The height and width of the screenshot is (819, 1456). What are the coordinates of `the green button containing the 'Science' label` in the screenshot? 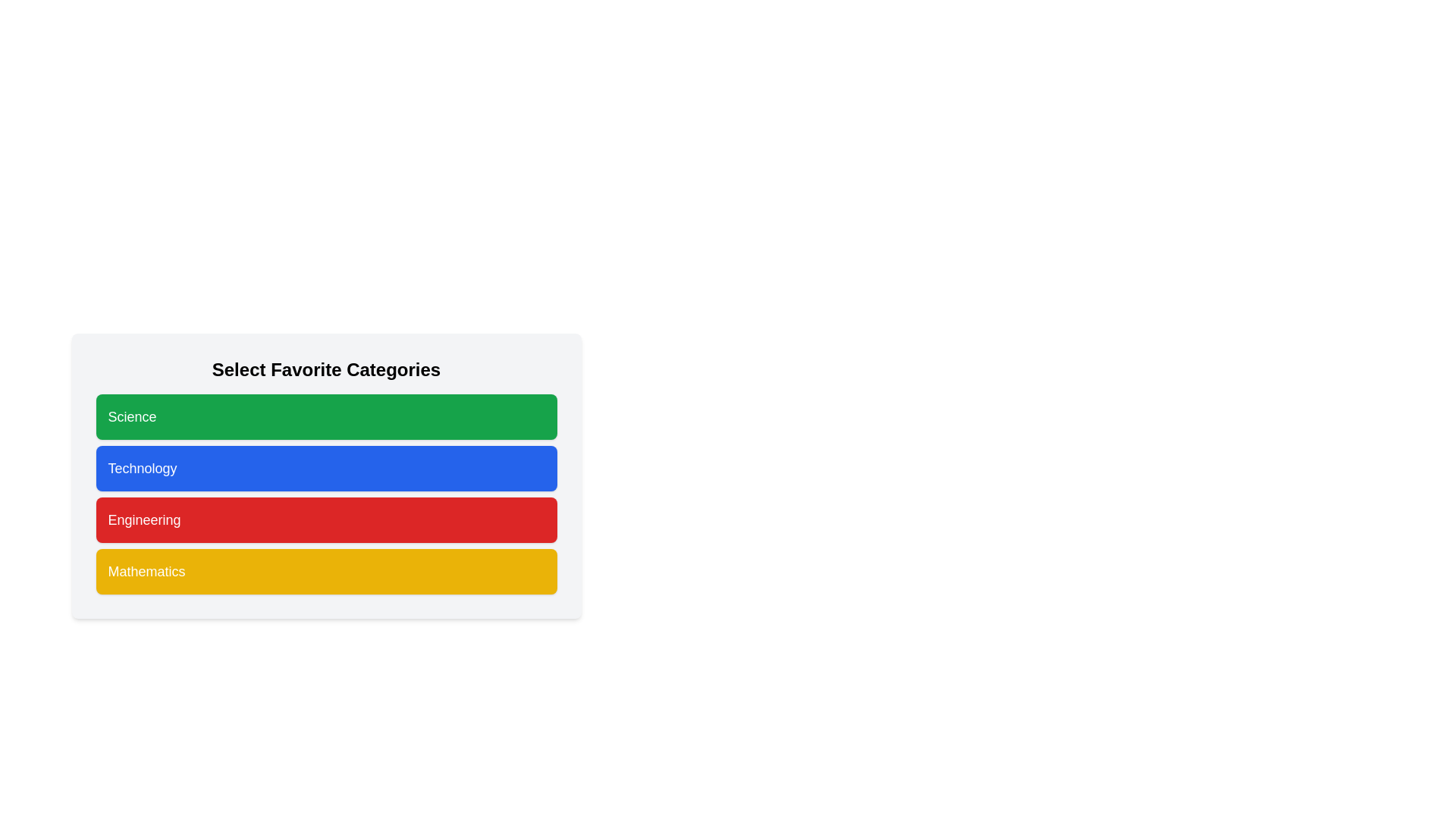 It's located at (132, 417).